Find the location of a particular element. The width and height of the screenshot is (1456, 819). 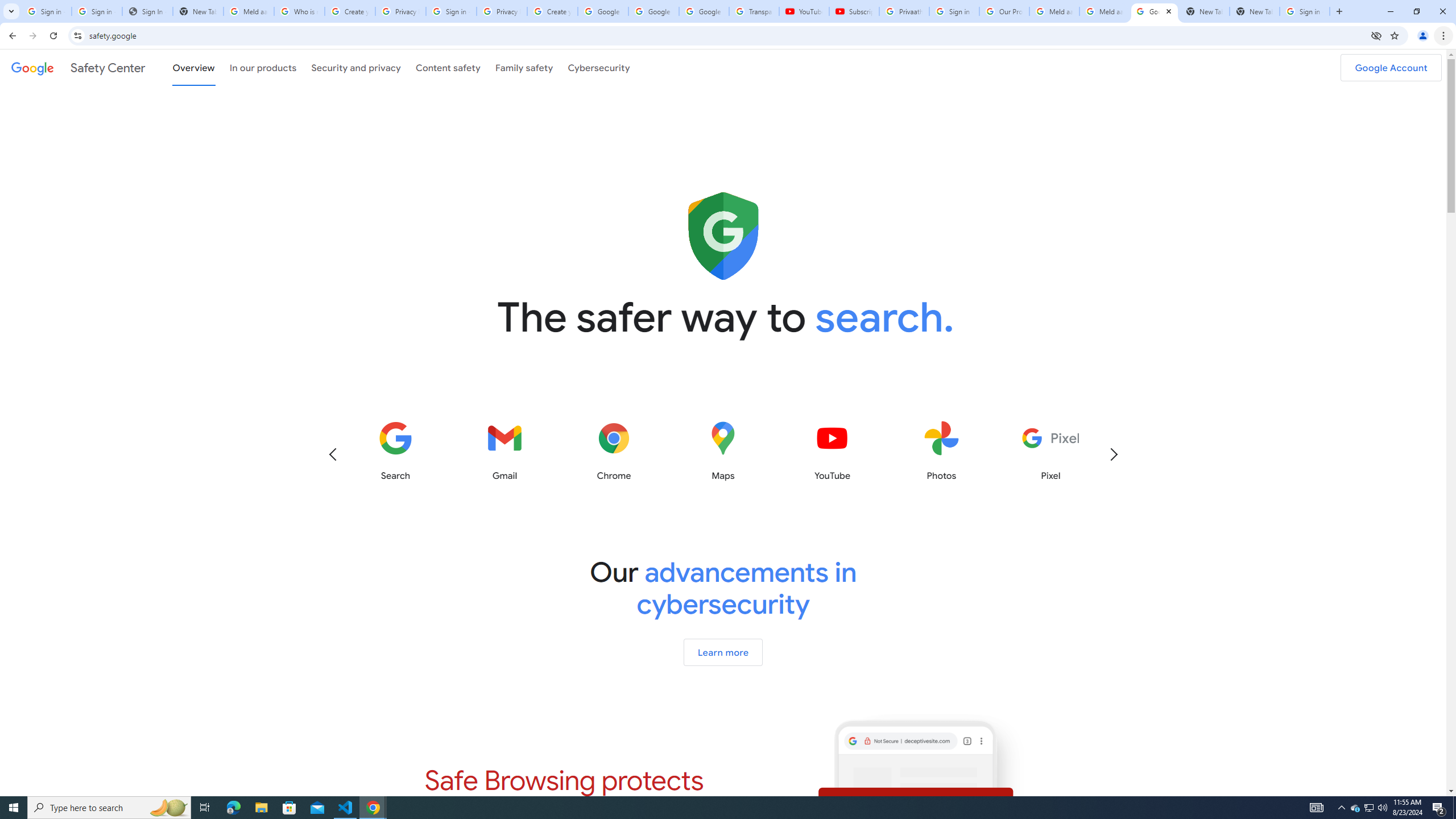

'Previous' is located at coordinates (332, 453).